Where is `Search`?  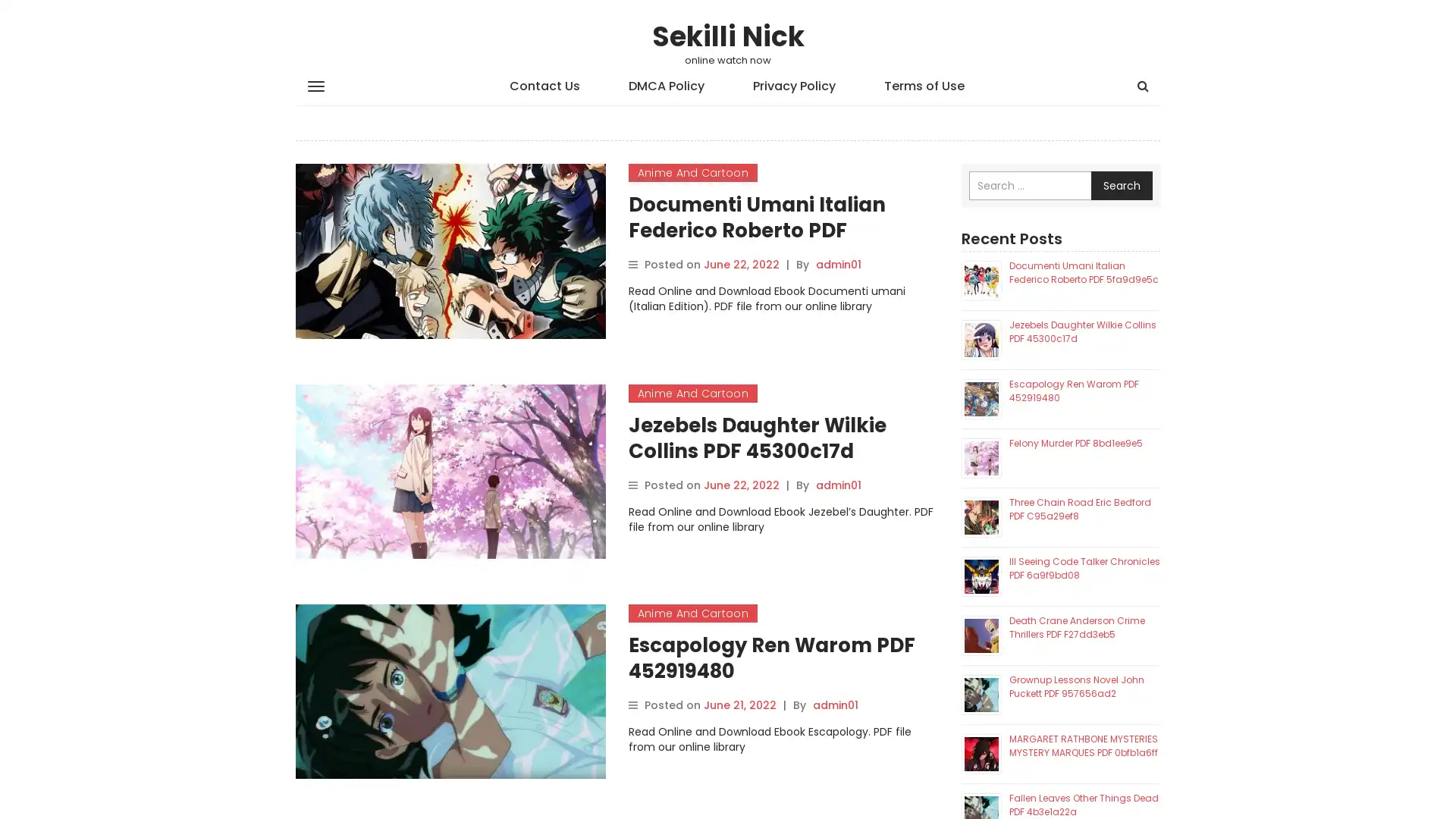 Search is located at coordinates (1122, 185).